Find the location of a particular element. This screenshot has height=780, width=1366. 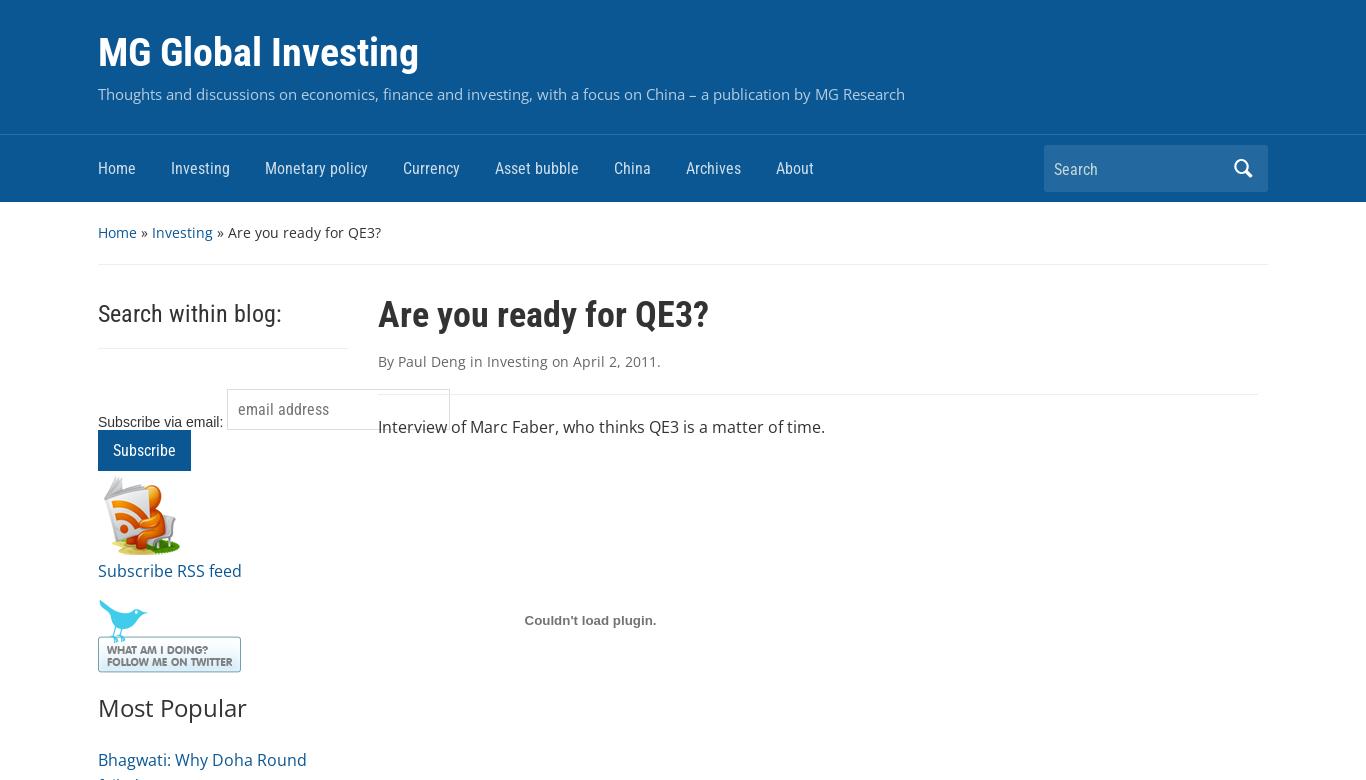

'.' is located at coordinates (657, 360).